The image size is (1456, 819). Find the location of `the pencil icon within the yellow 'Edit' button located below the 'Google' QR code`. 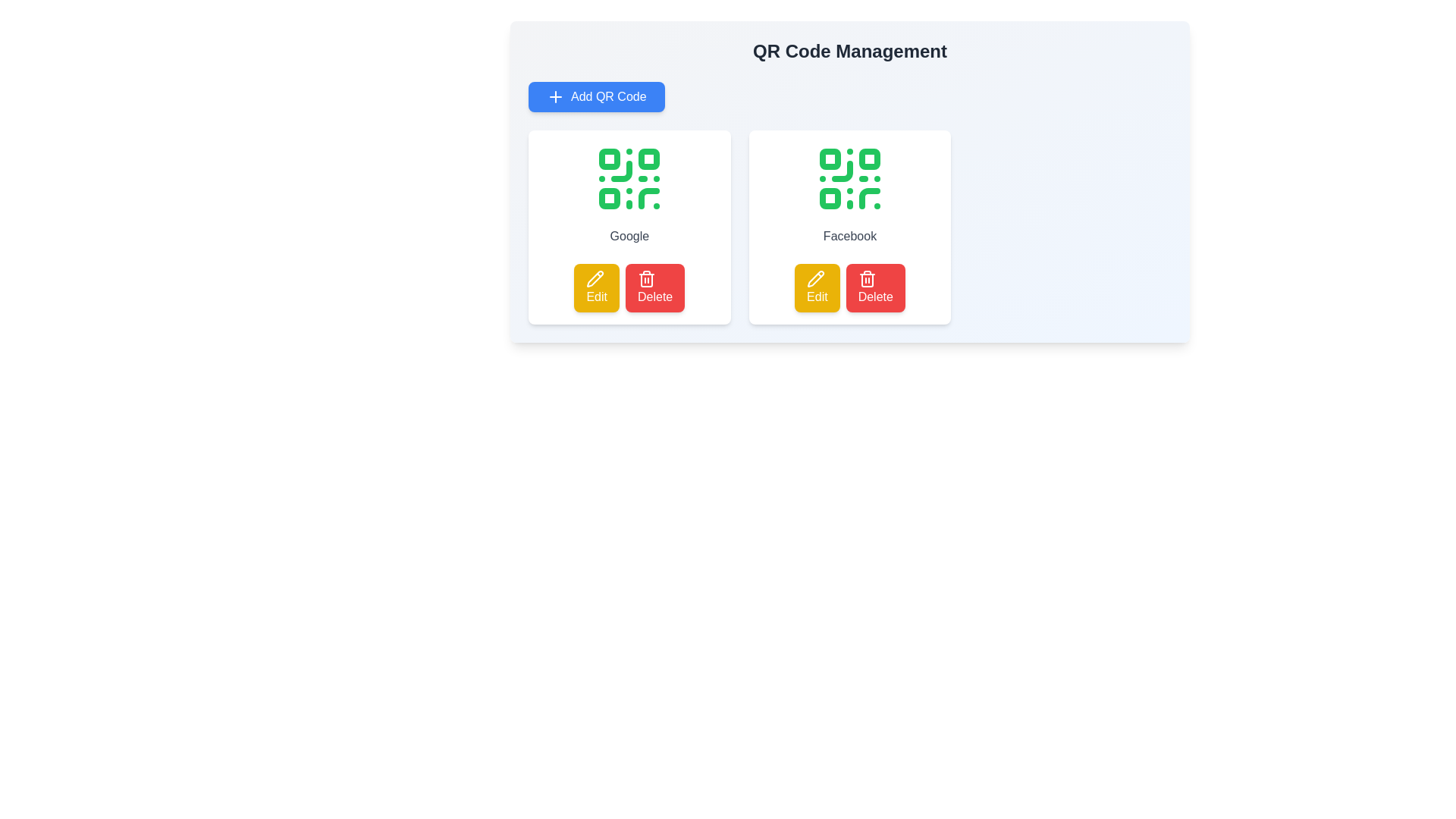

the pencil icon within the yellow 'Edit' button located below the 'Google' QR code is located at coordinates (595, 278).